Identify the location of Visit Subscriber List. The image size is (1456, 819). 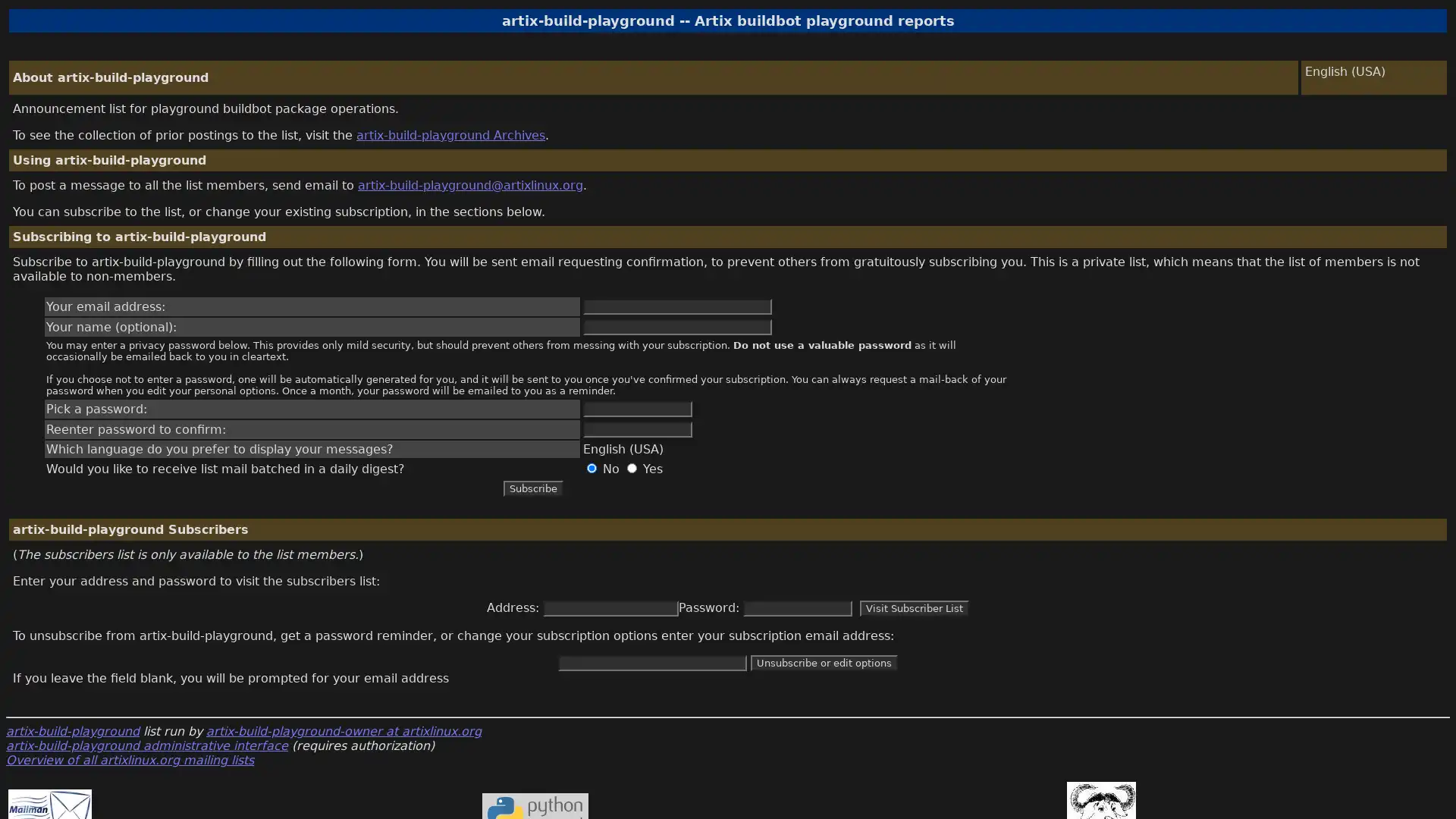
(913, 607).